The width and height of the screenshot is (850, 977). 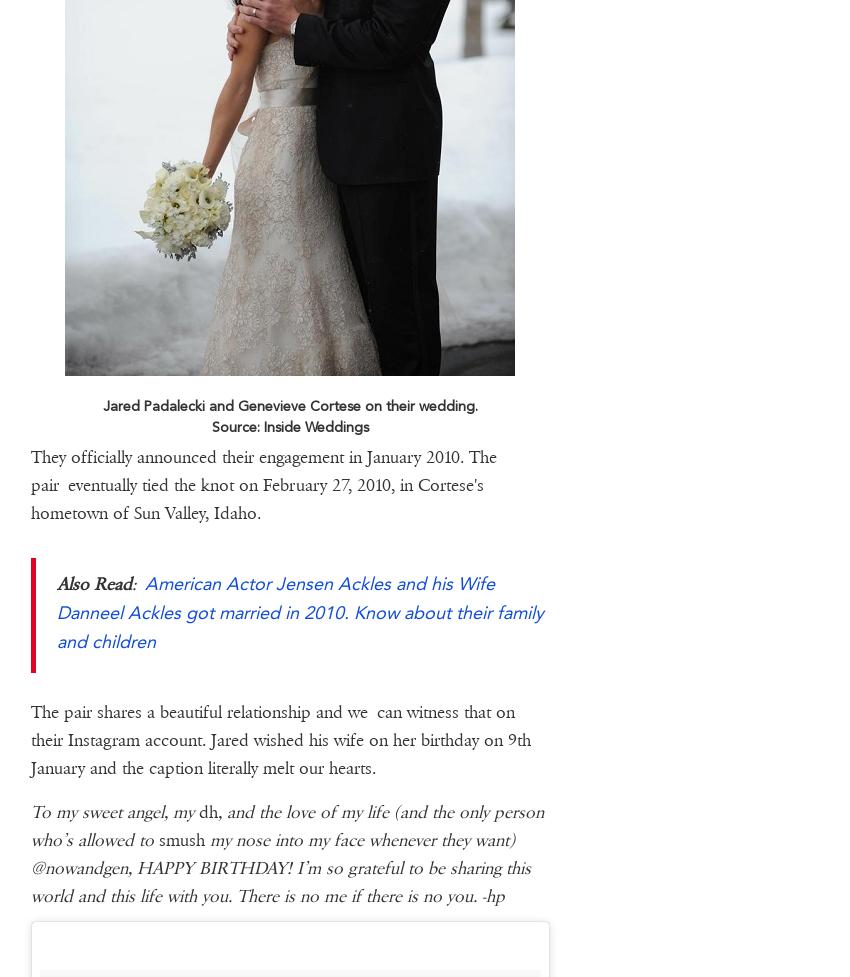 What do you see at coordinates (299, 610) in the screenshot?
I see `'American Actor Jensen Ackles and his Wife Danneel Ackles got married in 2010. Know about their family and children'` at bounding box center [299, 610].